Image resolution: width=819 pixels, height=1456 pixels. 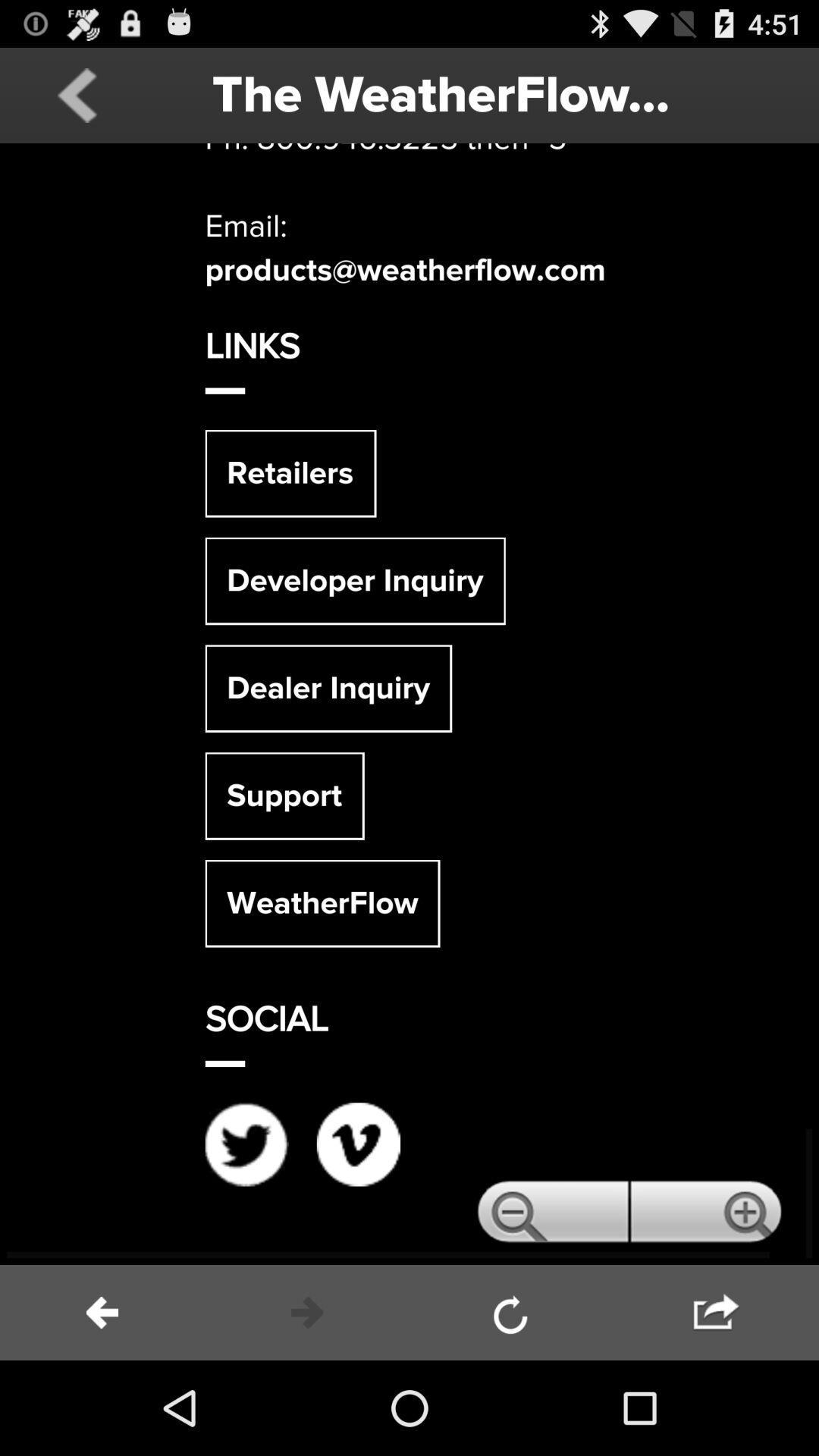 What do you see at coordinates (307, 1312) in the screenshot?
I see `go forward` at bounding box center [307, 1312].